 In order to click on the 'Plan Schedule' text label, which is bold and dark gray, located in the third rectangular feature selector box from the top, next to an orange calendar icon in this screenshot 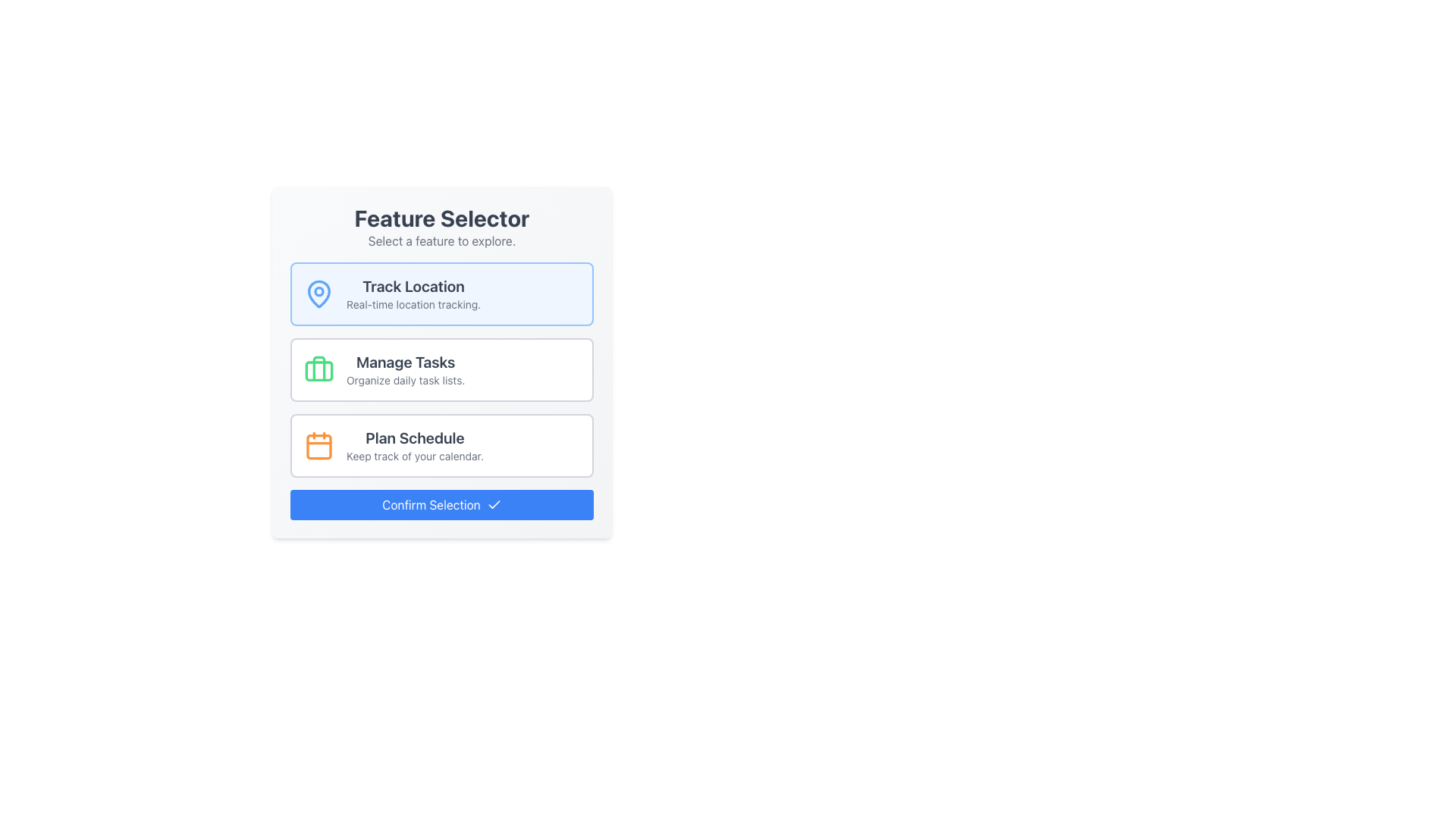, I will do `click(415, 438)`.